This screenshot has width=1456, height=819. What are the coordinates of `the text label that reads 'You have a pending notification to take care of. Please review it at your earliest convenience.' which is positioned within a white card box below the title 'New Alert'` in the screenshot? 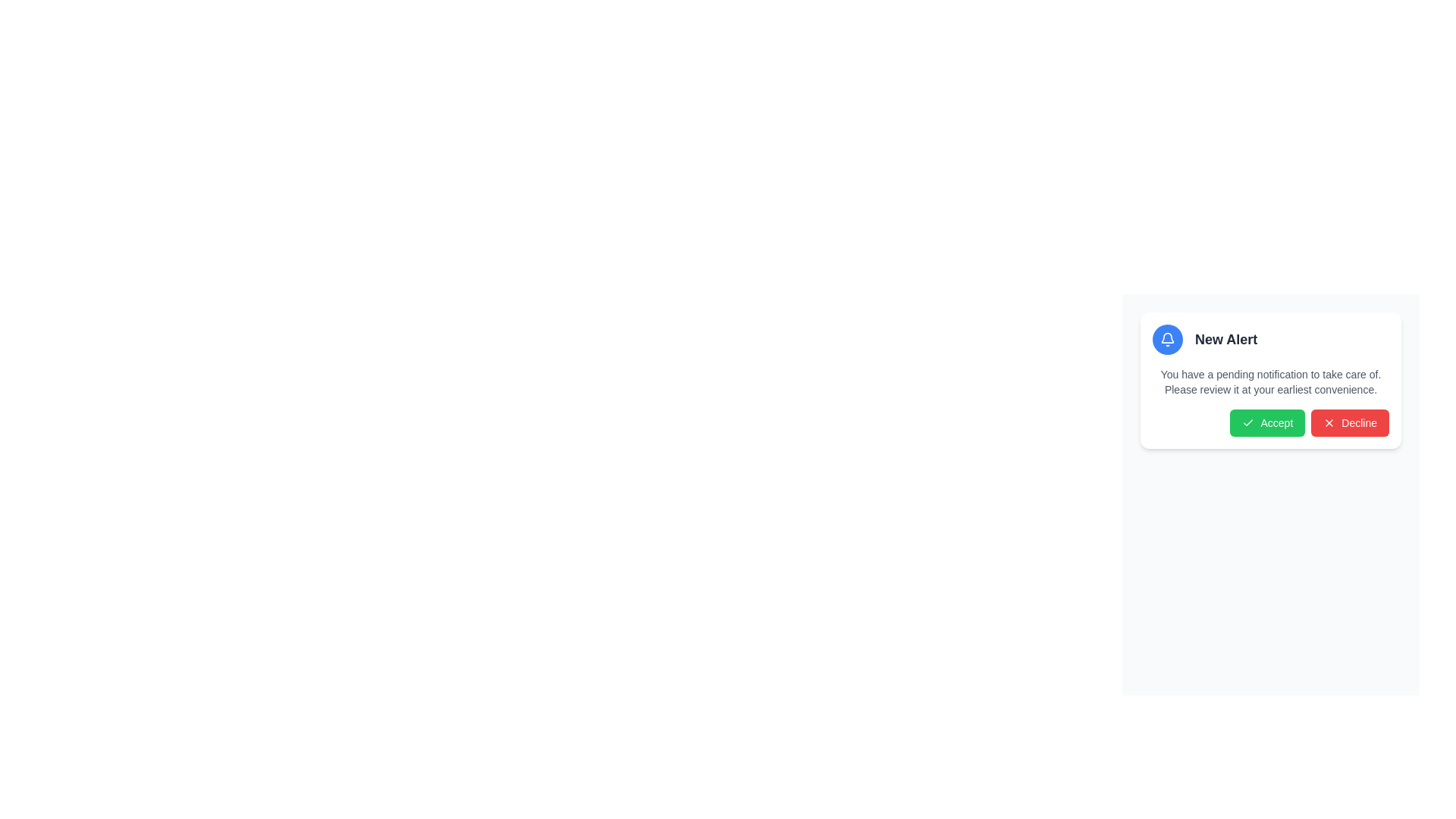 It's located at (1270, 381).